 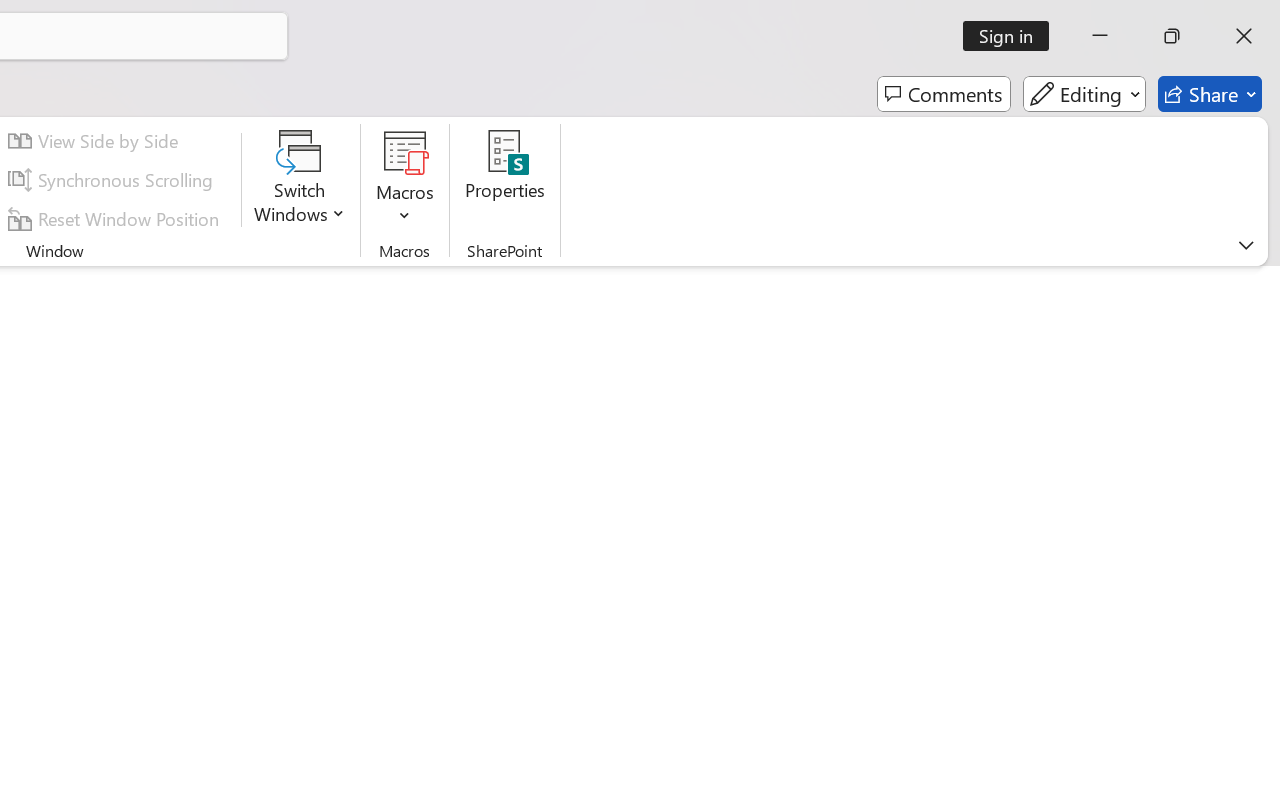 What do you see at coordinates (299, 179) in the screenshot?
I see `'Switch Windows'` at bounding box center [299, 179].